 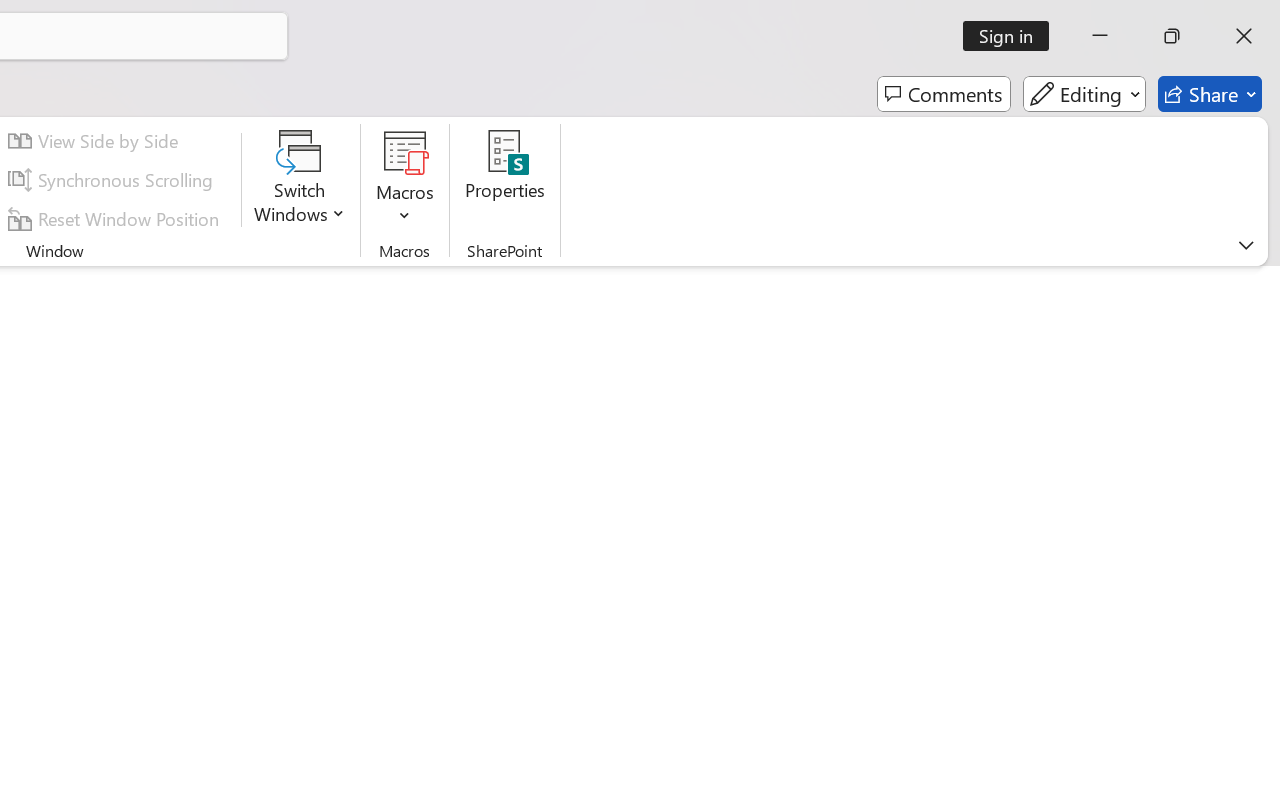 What do you see at coordinates (299, 179) in the screenshot?
I see `'Switch Windows'` at bounding box center [299, 179].